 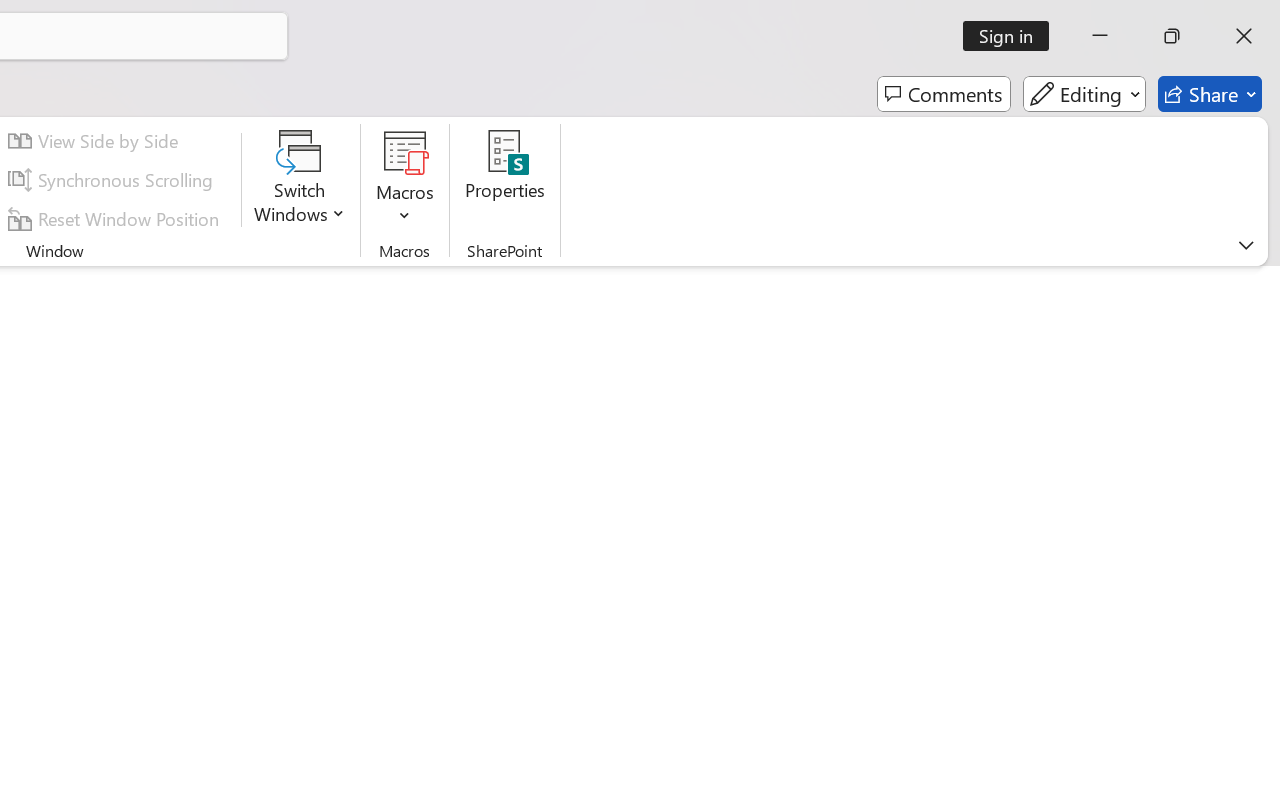 What do you see at coordinates (299, 179) in the screenshot?
I see `'Switch Windows'` at bounding box center [299, 179].